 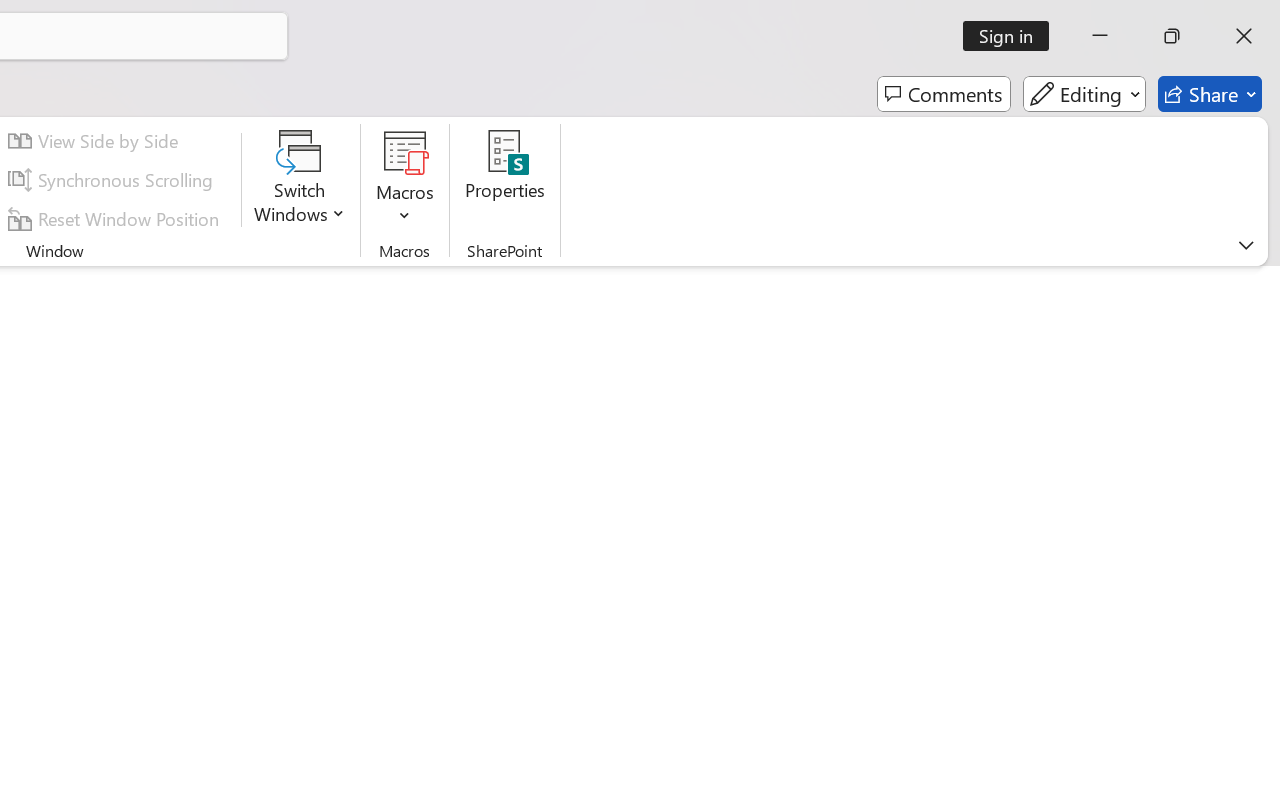 What do you see at coordinates (299, 179) in the screenshot?
I see `'Switch Windows'` at bounding box center [299, 179].